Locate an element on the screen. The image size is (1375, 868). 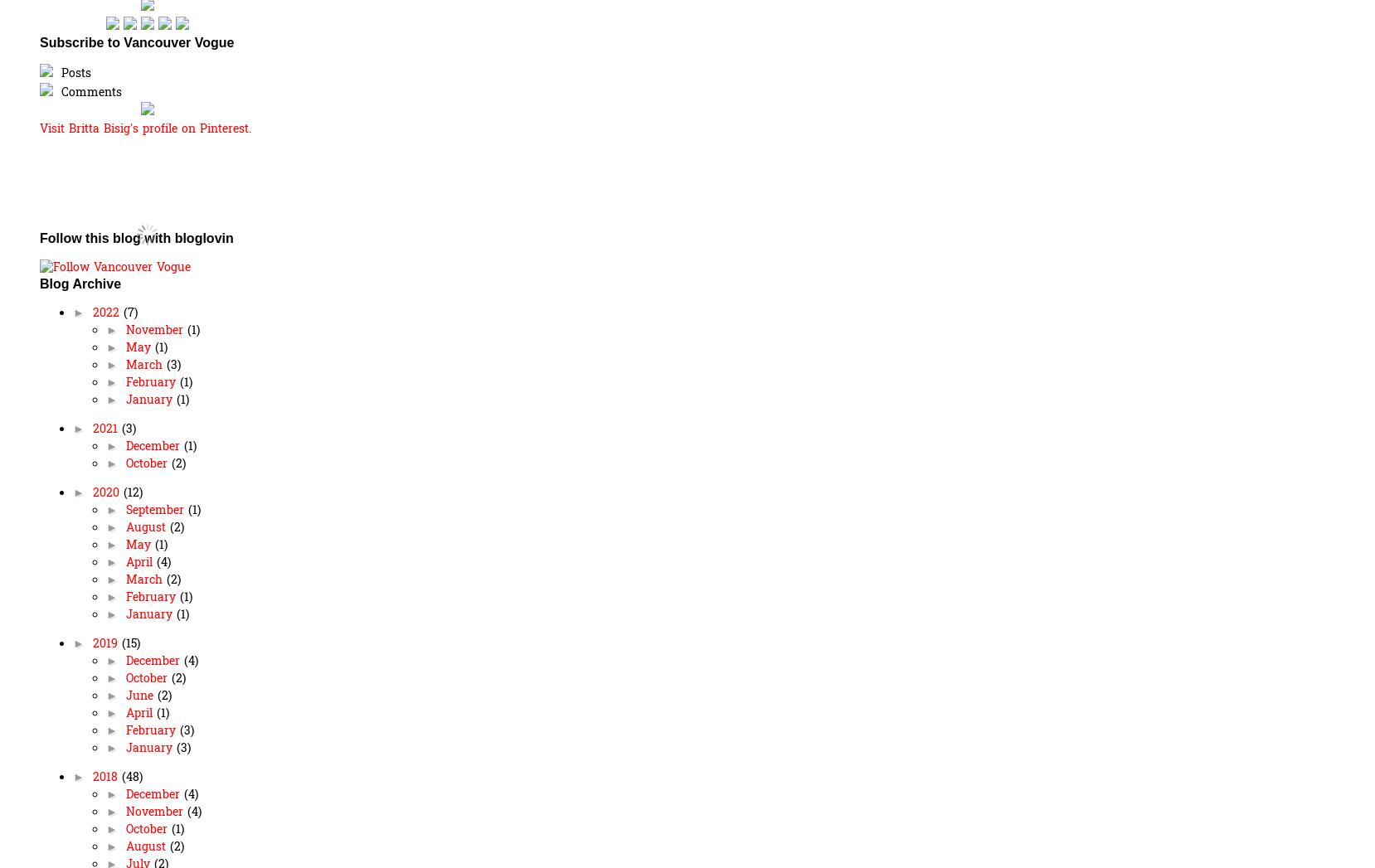
'Follow this blog with bloglovin' is located at coordinates (136, 236).